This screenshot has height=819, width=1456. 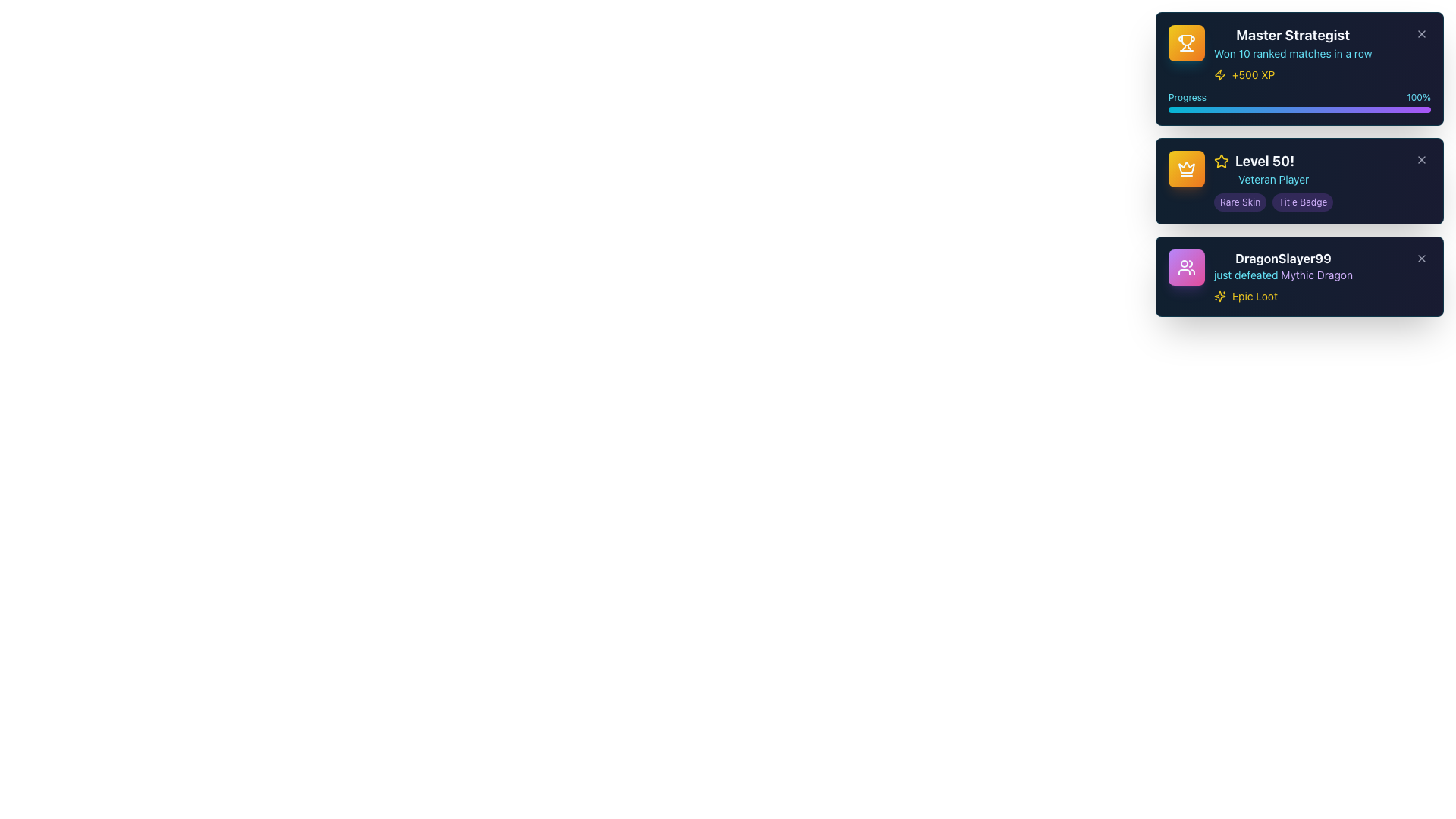 What do you see at coordinates (1185, 39) in the screenshot?
I see `the trophy icon representing the notification for achievements, located in the upper-left corner of the first notification block next to the title 'Master Strategist'` at bounding box center [1185, 39].